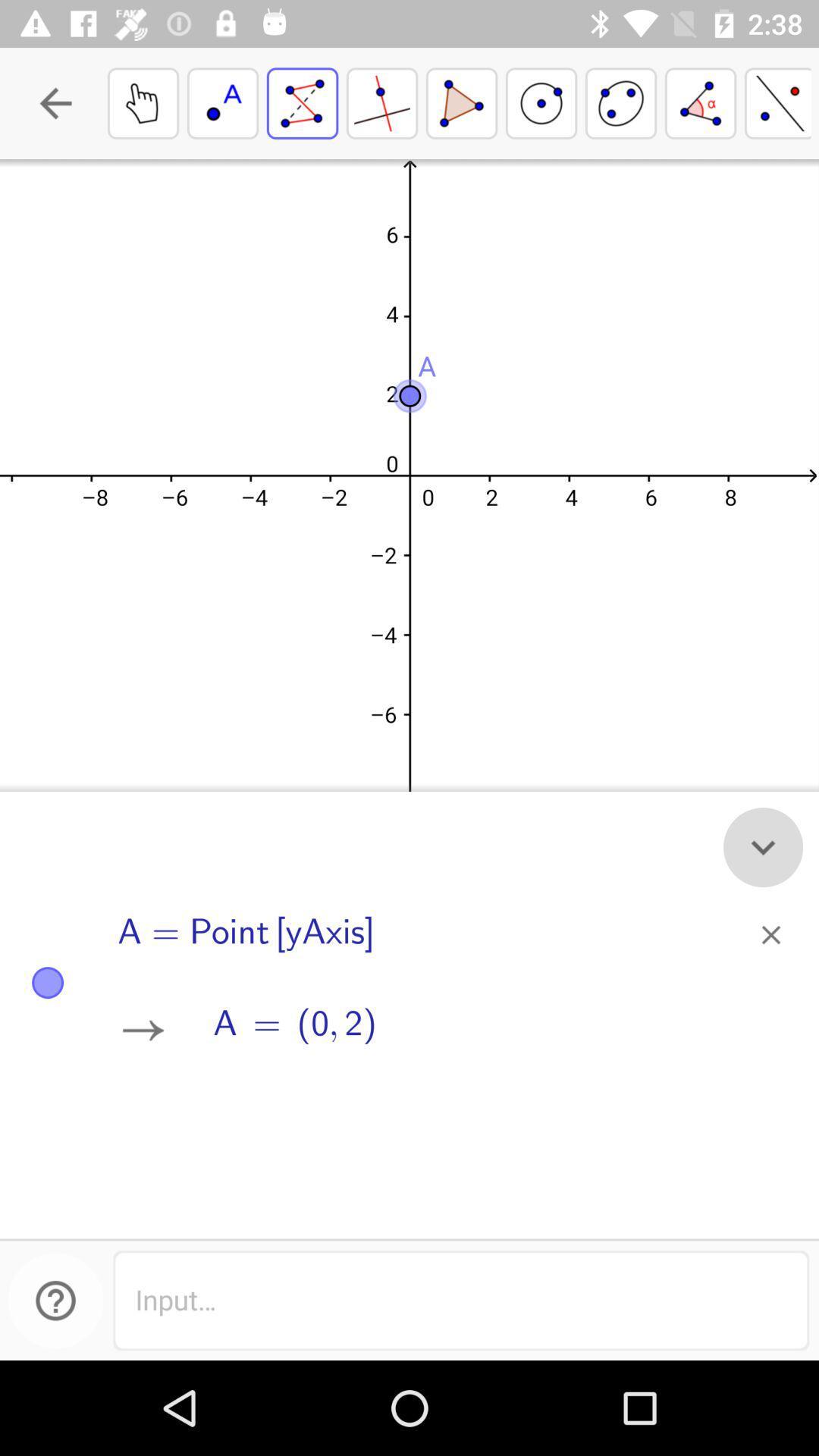 This screenshot has height=1456, width=819. Describe the element at coordinates (540, 102) in the screenshot. I see `the button which is fourth button from the left side at top of the page` at that location.